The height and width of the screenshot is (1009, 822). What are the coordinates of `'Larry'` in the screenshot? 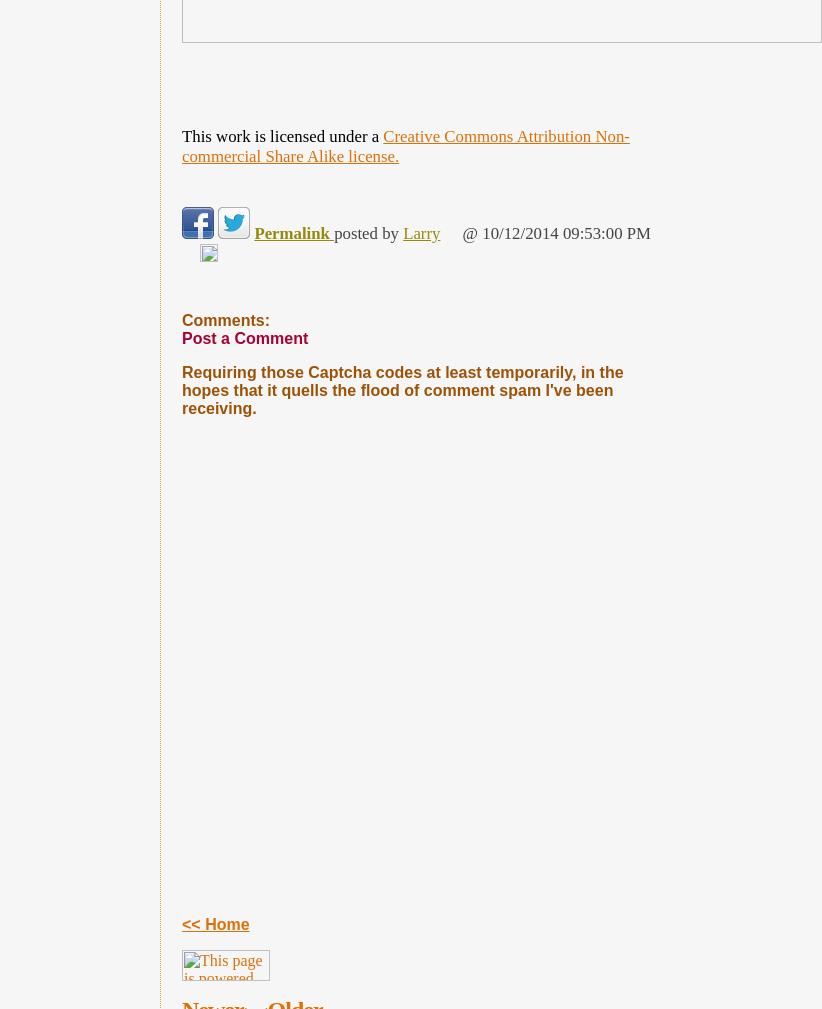 It's located at (403, 232).